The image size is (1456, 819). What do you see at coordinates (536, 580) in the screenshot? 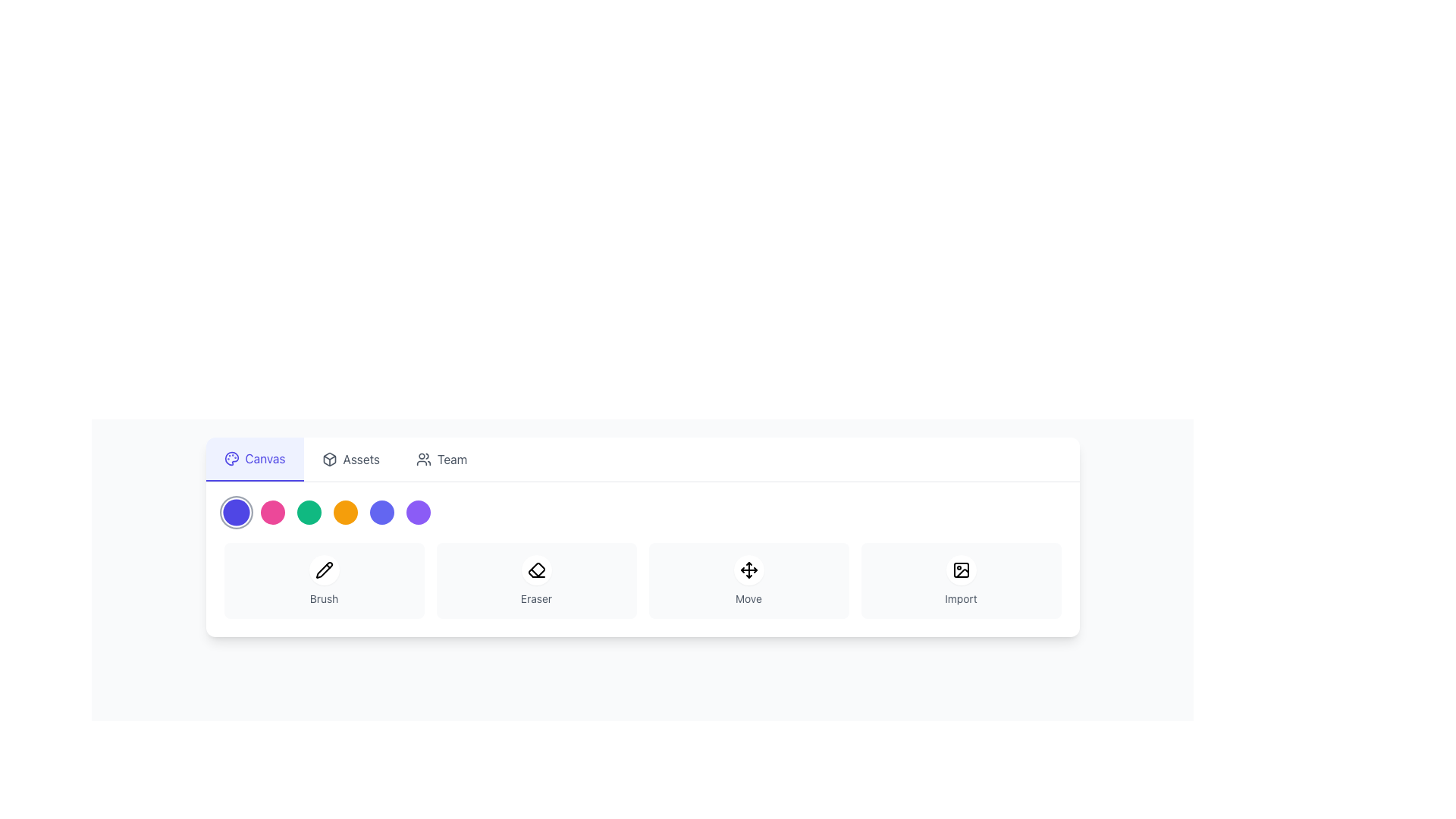
I see `the second button in the grid layout` at bounding box center [536, 580].